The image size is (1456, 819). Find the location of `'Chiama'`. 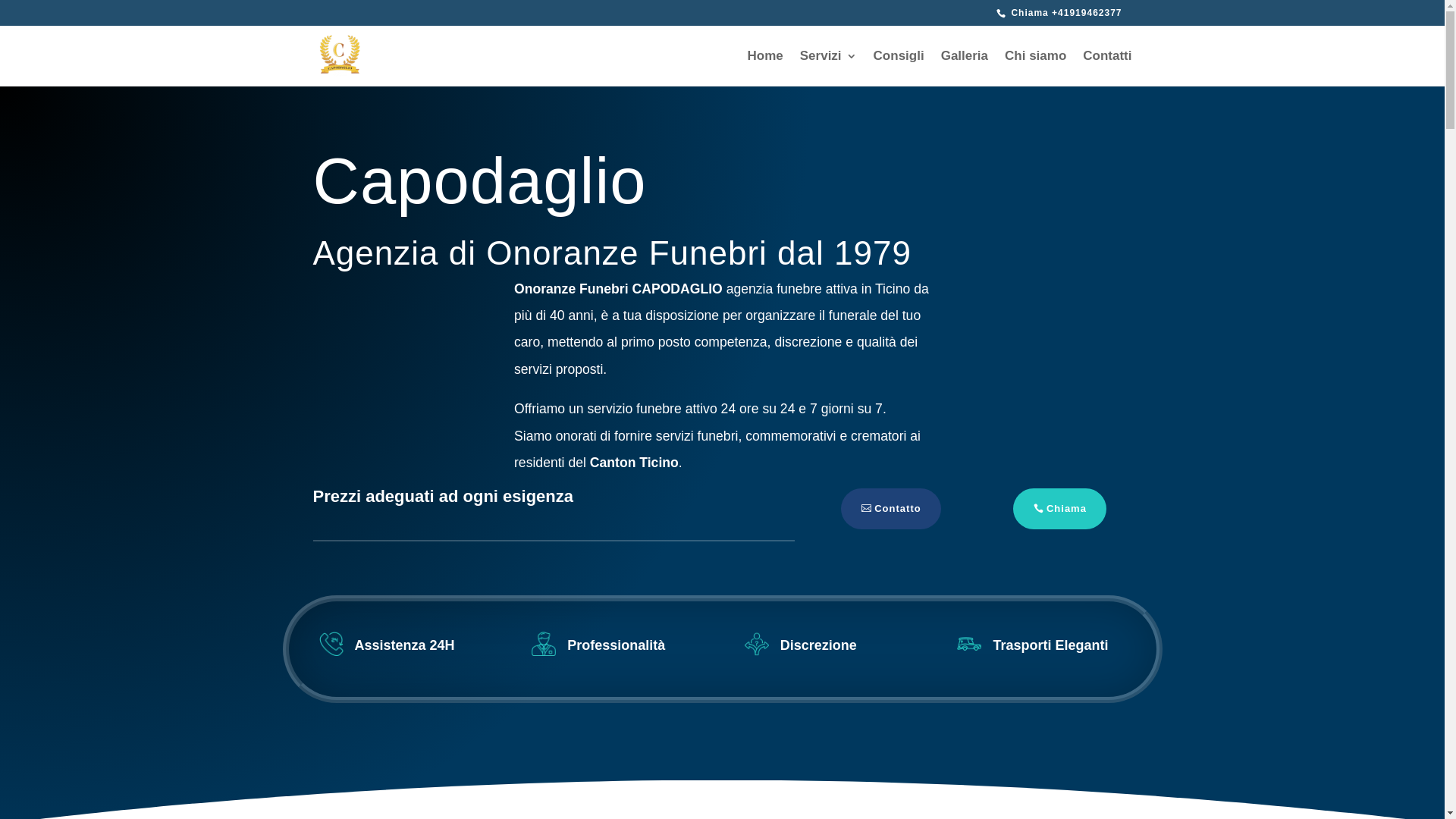

'Chiama' is located at coordinates (1059, 509).